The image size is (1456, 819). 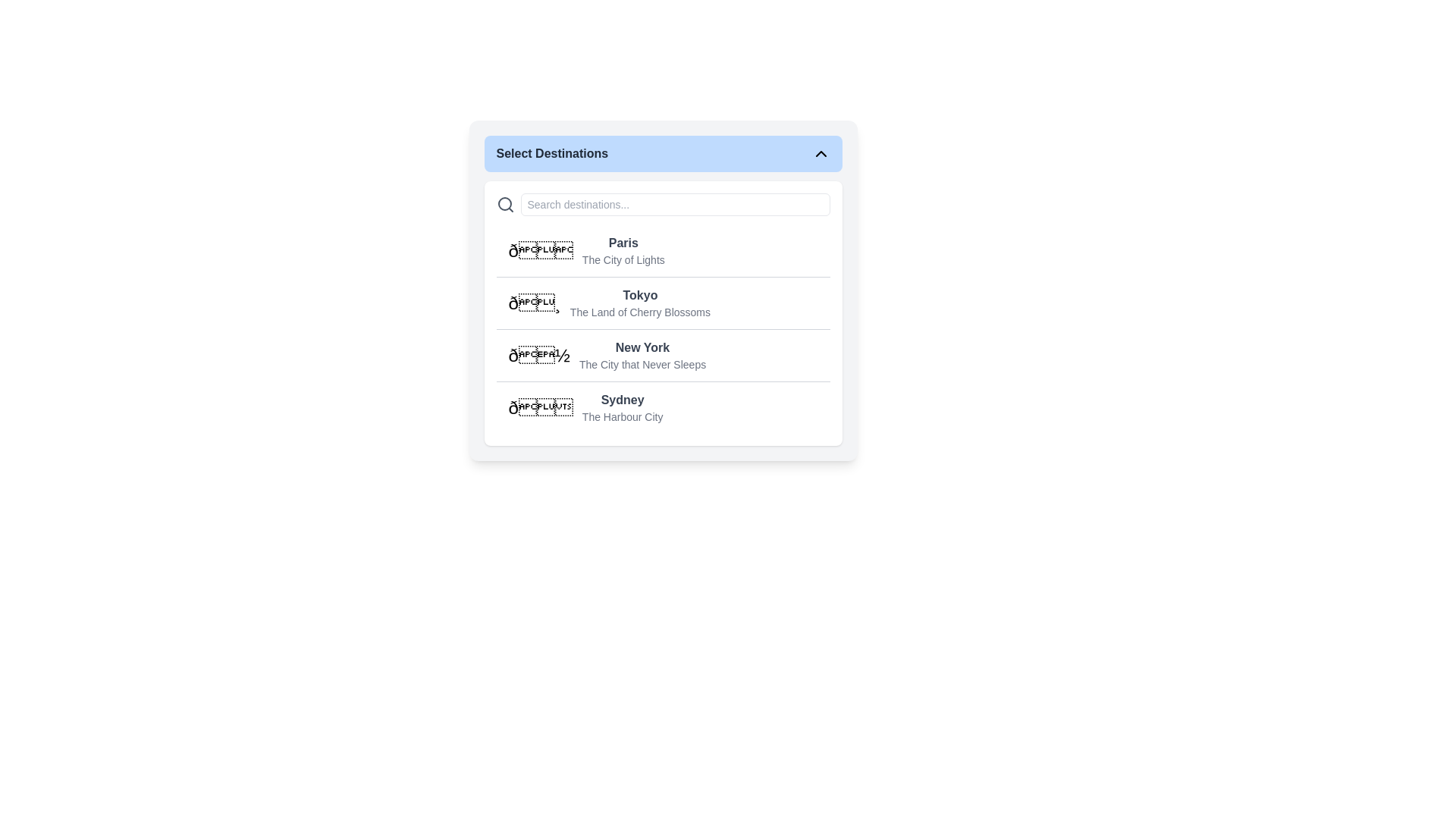 I want to click on the list item containing the bold text 'Tokyo' with the subtitle 'The Land of Cherry Blossoms' and a cherry blossom icon, so click(x=609, y=303).